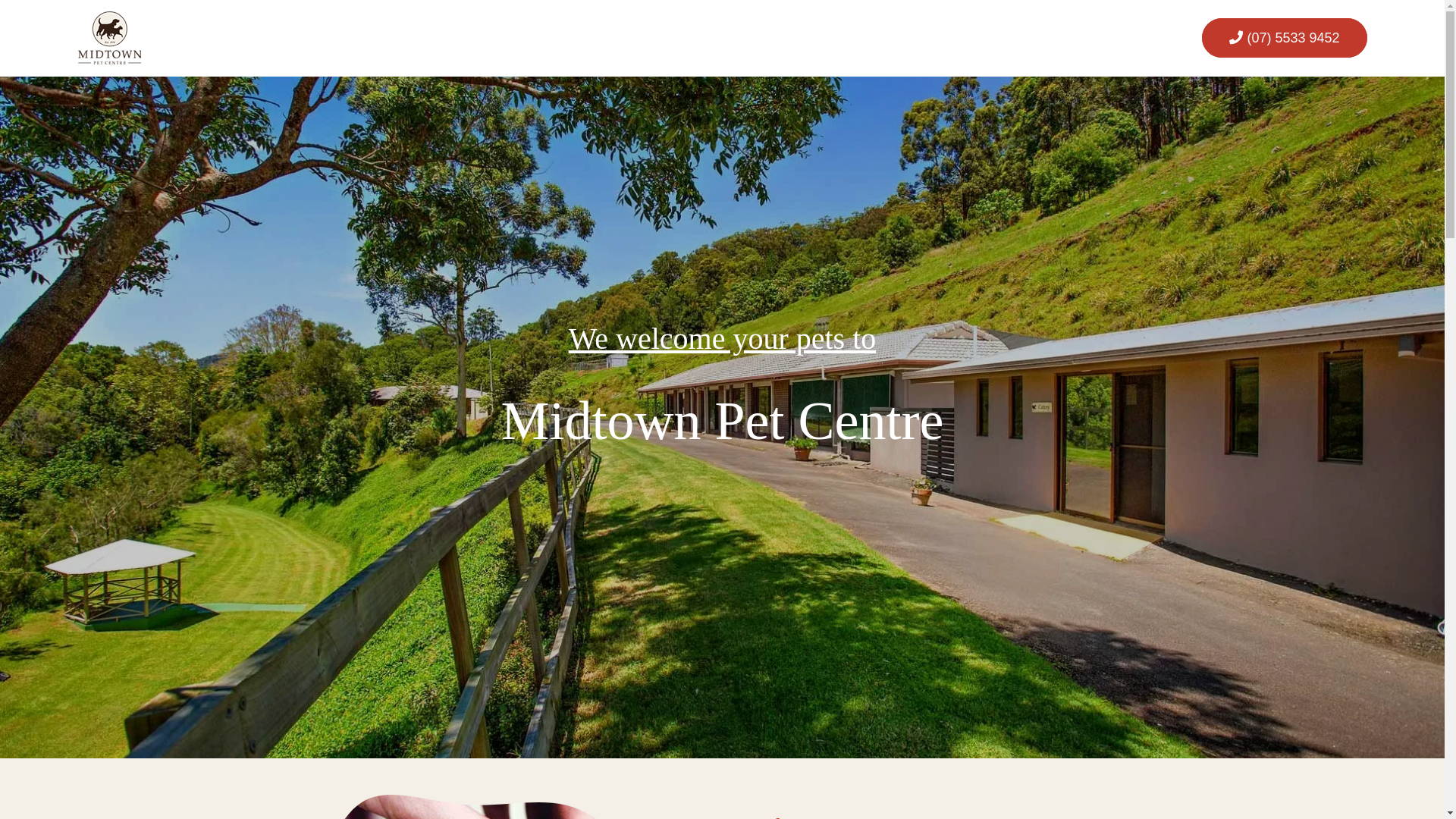  I want to click on '(07) 5533 9452', so click(1283, 37).